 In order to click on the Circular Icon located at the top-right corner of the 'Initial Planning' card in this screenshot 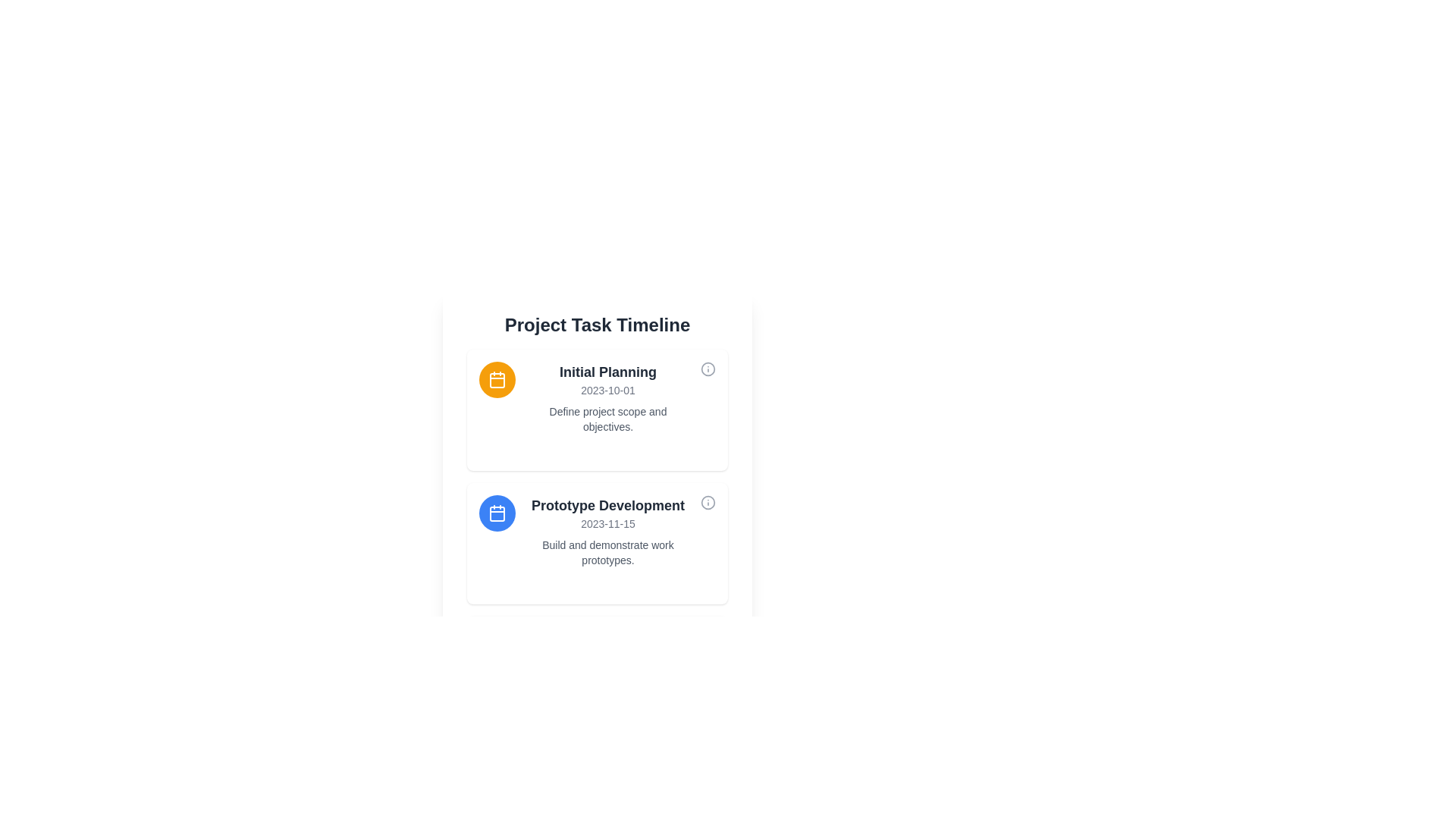, I will do `click(708, 371)`.